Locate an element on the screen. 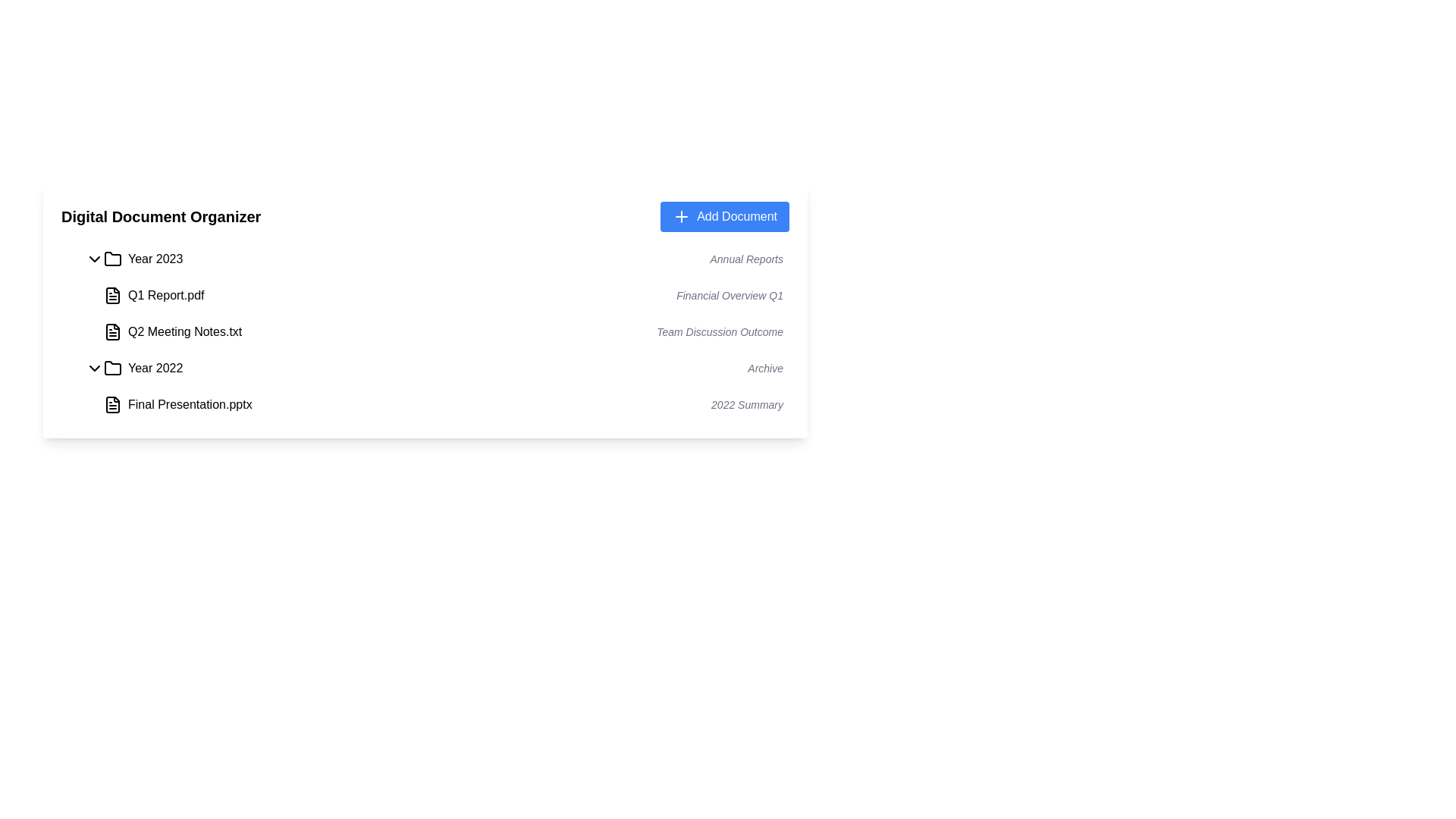  the chevron icon button used for expanding or collapsing the 'Year 2022 Archive' list is located at coordinates (93, 369).